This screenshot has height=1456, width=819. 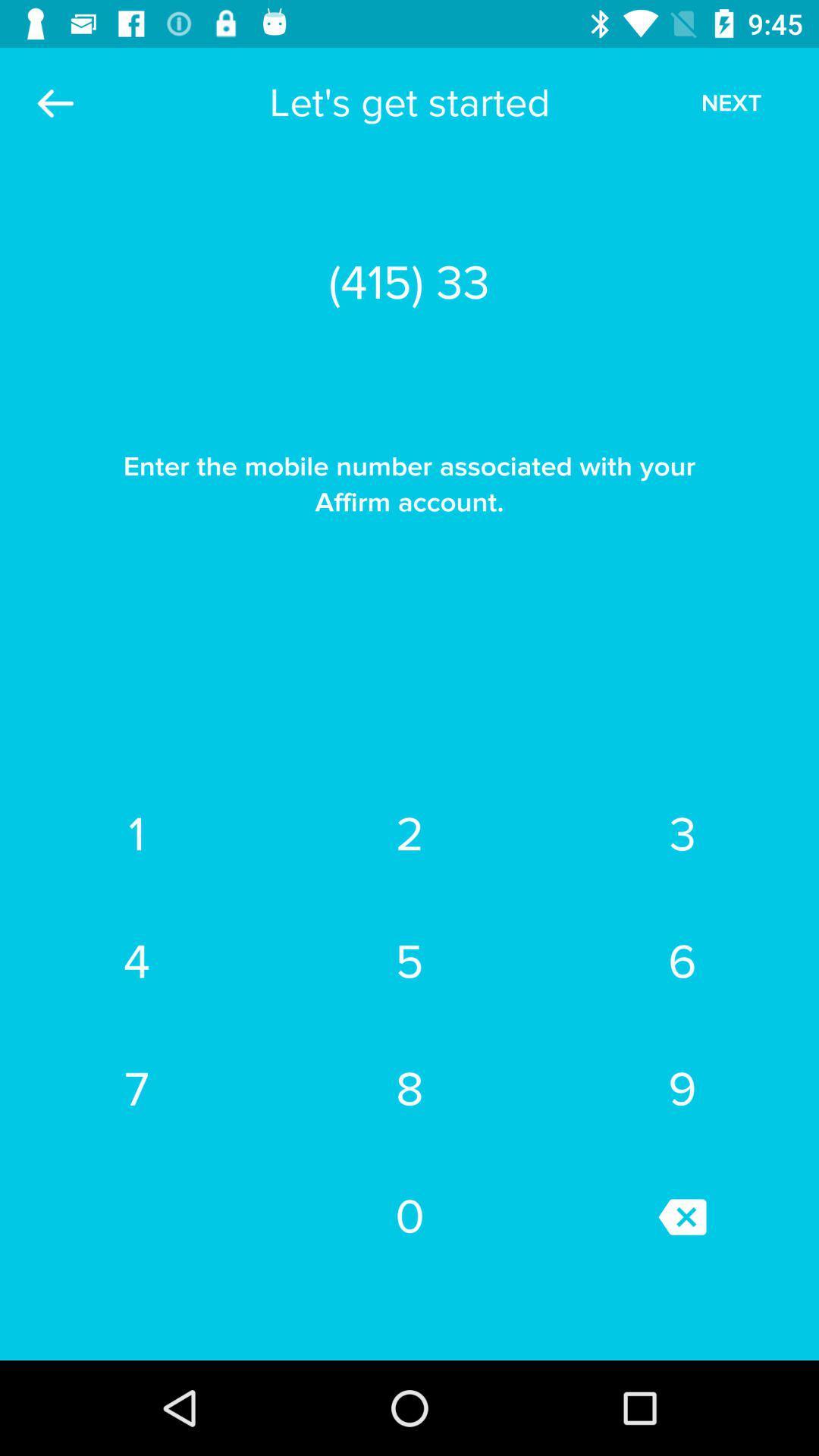 I want to click on item to the left of 3, so click(x=409, y=833).